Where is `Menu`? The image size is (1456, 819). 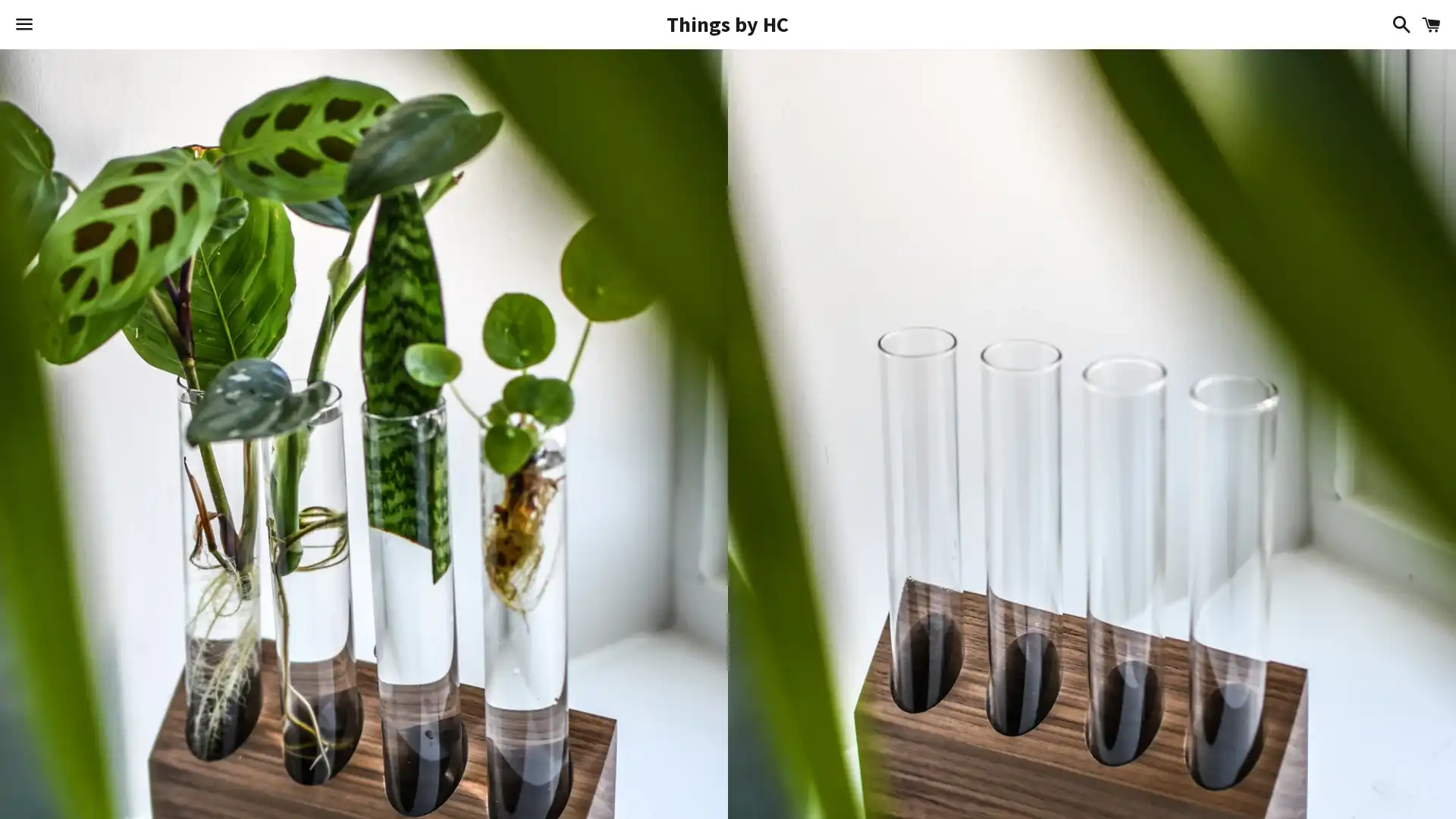
Menu is located at coordinates (24, 24).